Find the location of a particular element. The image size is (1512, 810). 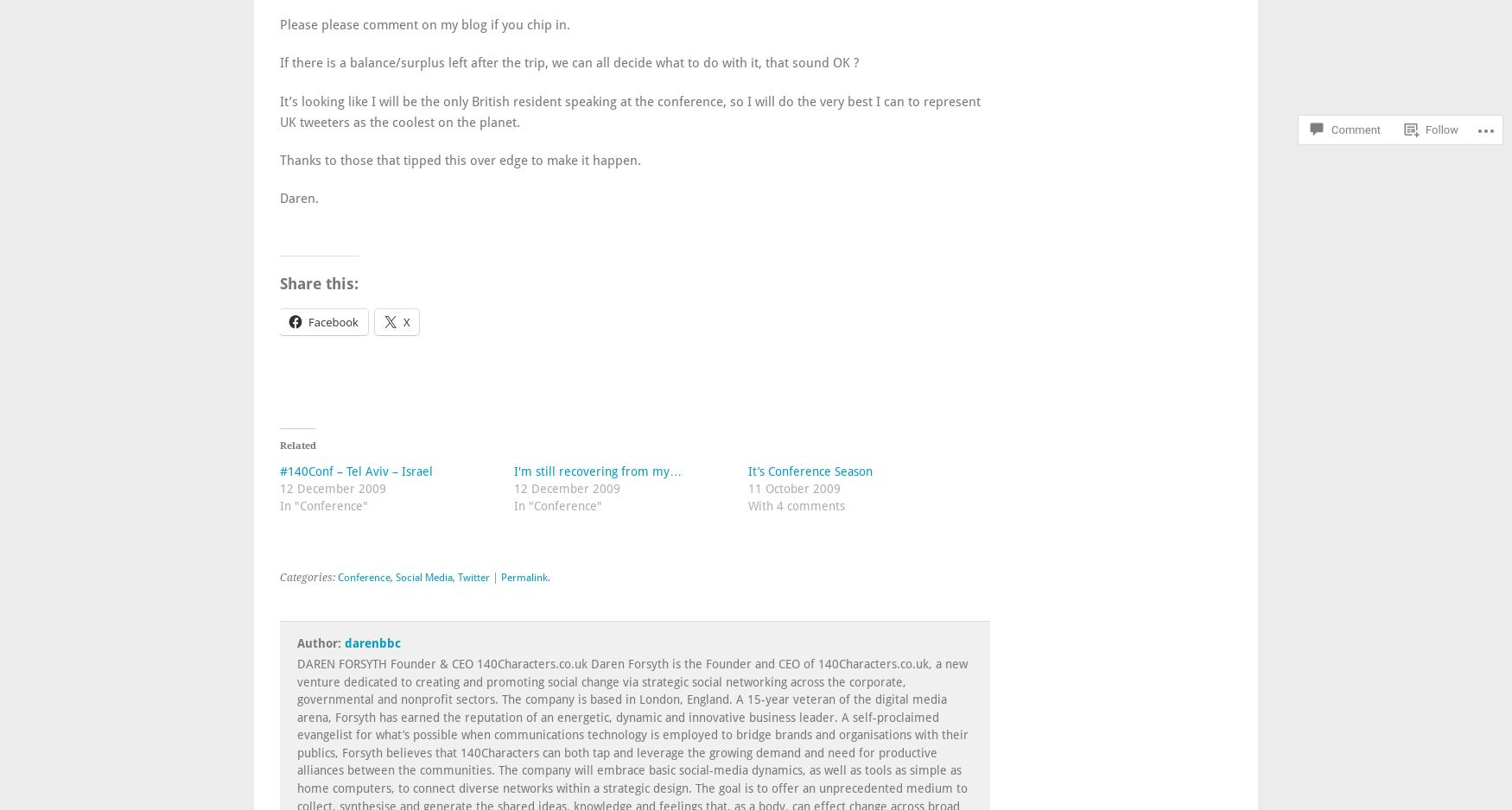

'Comment' is located at coordinates (1356, 83).